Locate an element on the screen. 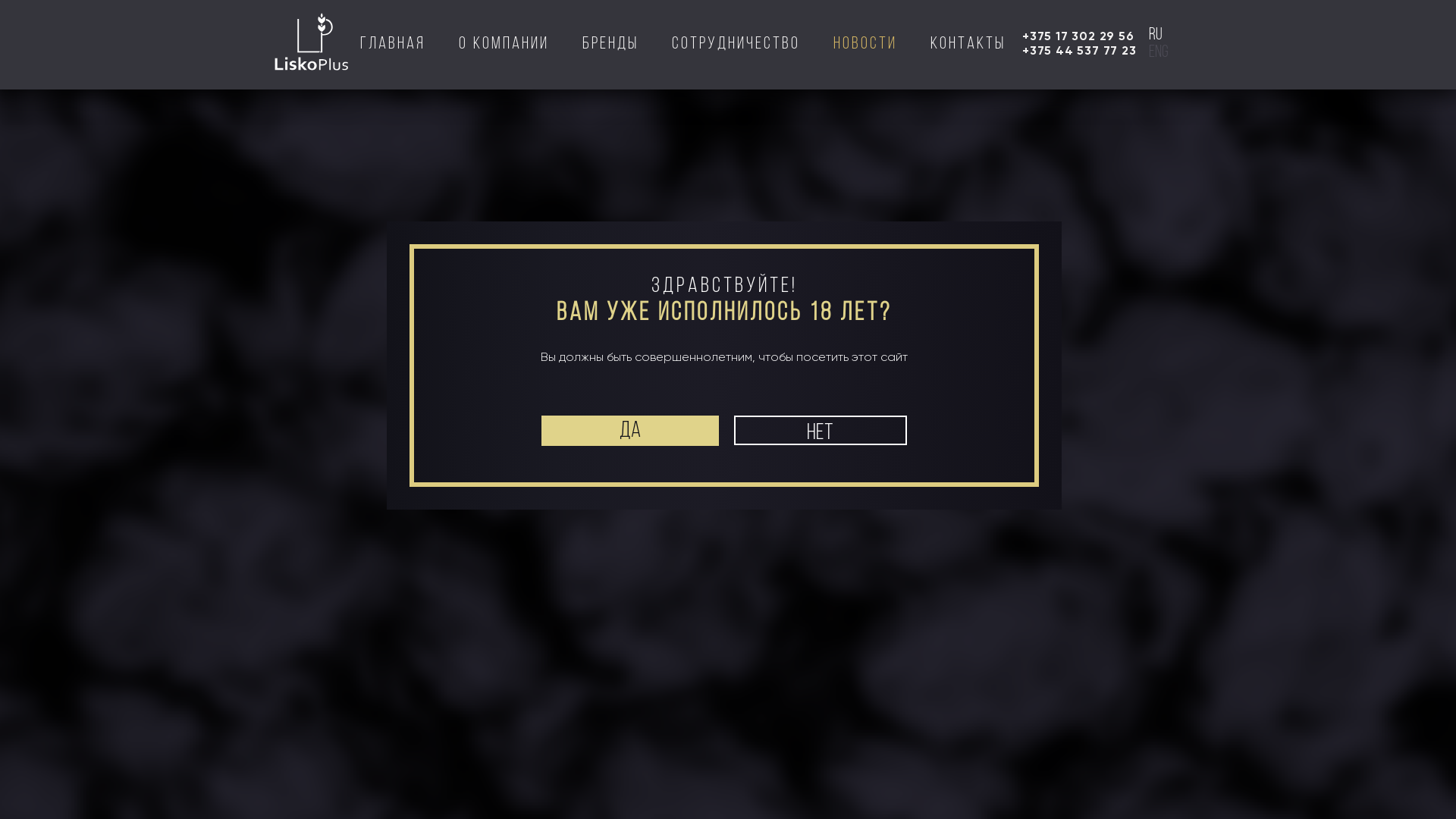  'RU' is located at coordinates (1154, 34).